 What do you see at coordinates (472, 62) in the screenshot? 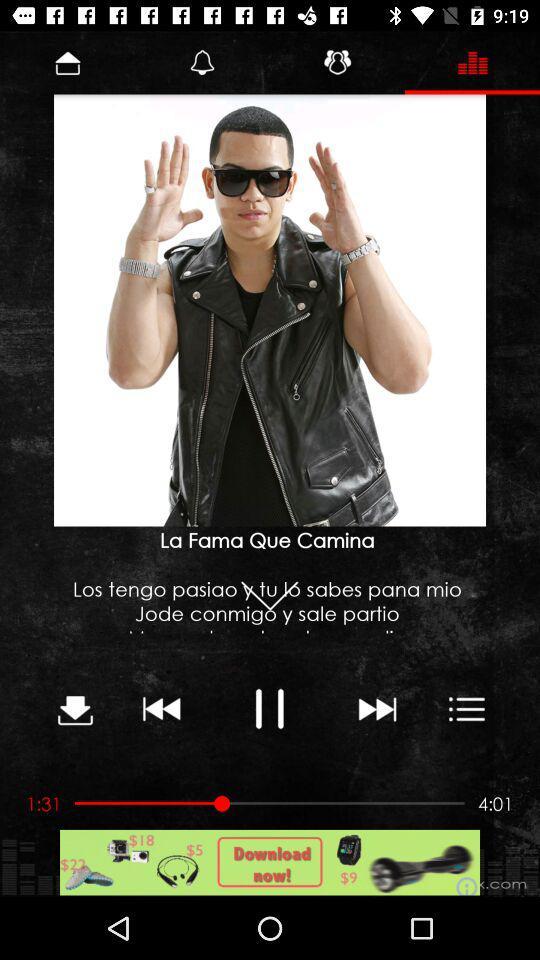
I see `fourth icon at the top from left side` at bounding box center [472, 62].